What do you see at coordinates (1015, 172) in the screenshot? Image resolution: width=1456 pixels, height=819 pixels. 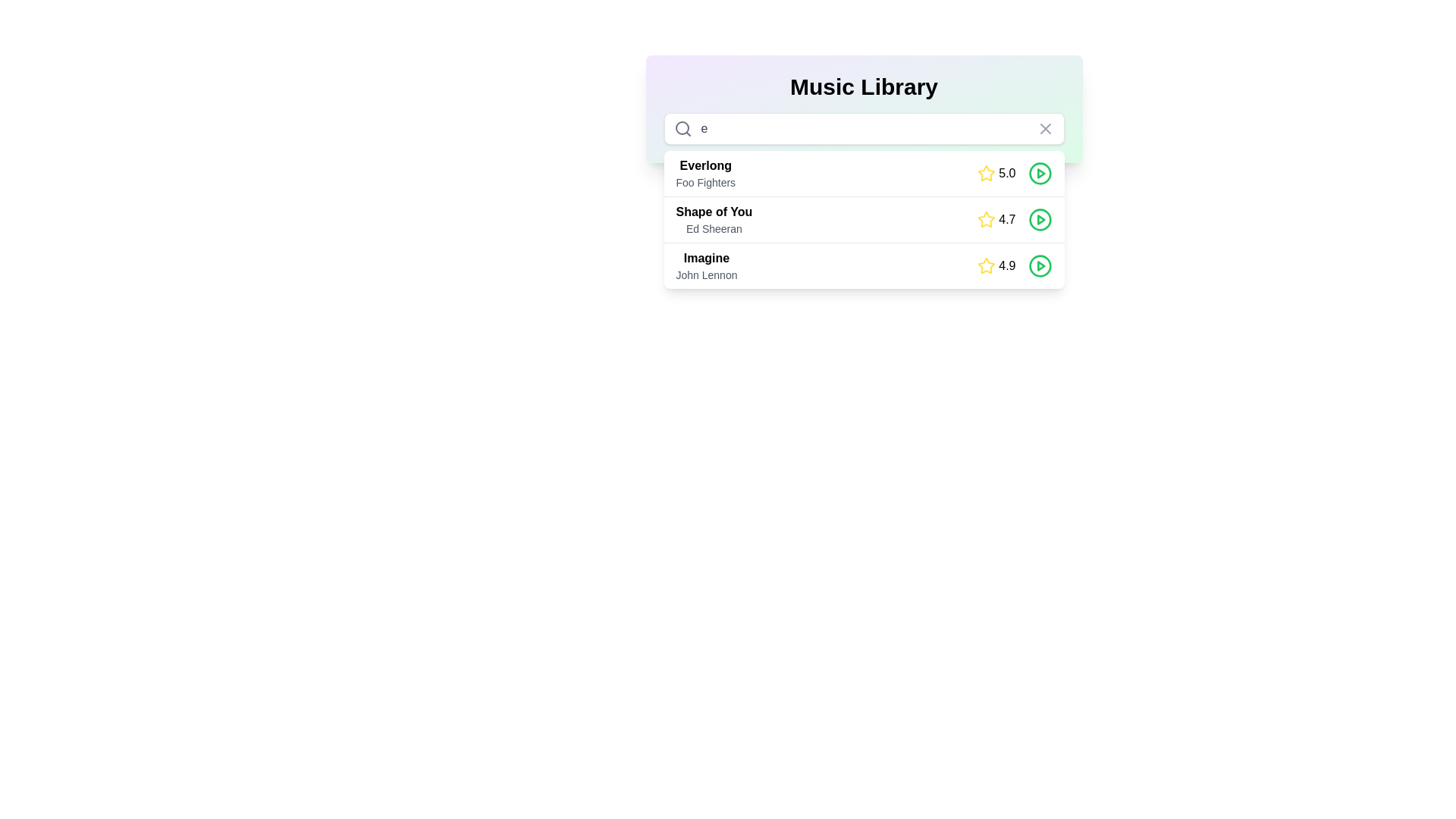 I see `the rating indicator for the song 'Everlong' by 'Foo Fighters', located in the first entry of the 'Music Library' interface, positioned between the song details and the green play button` at bounding box center [1015, 172].